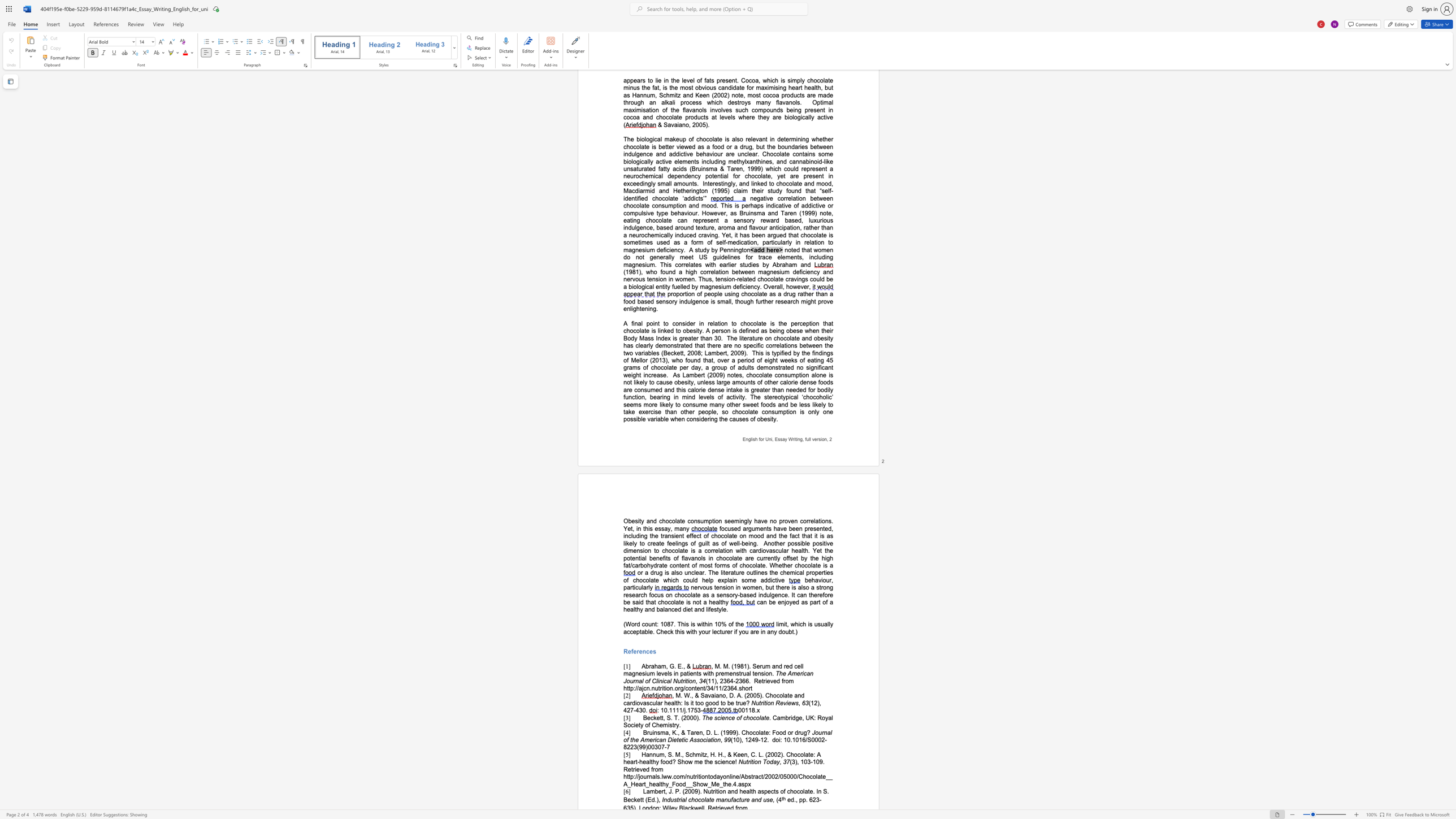  Describe the element at coordinates (733, 740) in the screenshot. I see `the subset text "10), 1249" within the text "(10), 1249-12."` at that location.